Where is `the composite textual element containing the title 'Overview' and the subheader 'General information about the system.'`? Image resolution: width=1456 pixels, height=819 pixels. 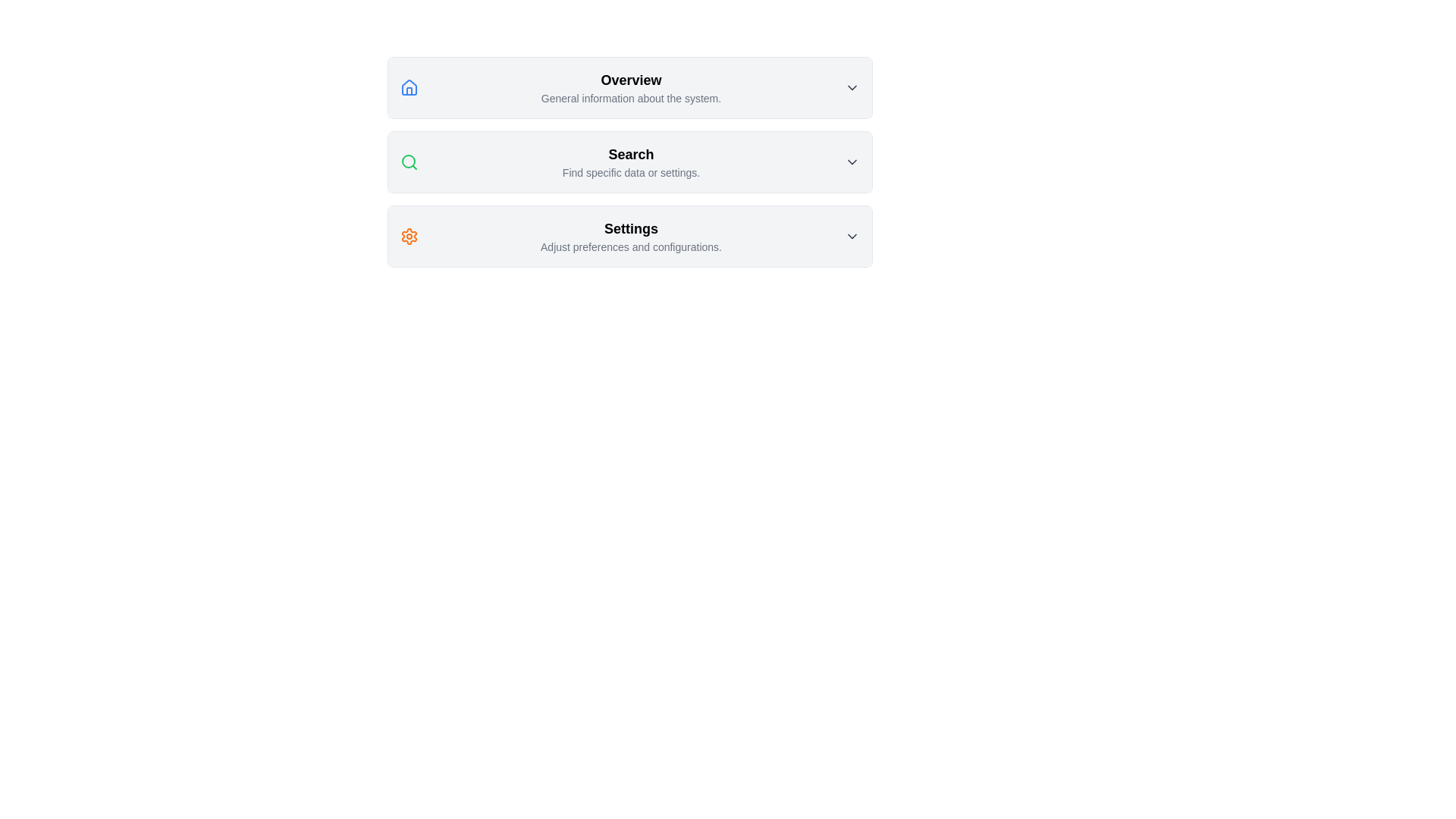 the composite textual element containing the title 'Overview' and the subheader 'General information about the system.' is located at coordinates (631, 87).